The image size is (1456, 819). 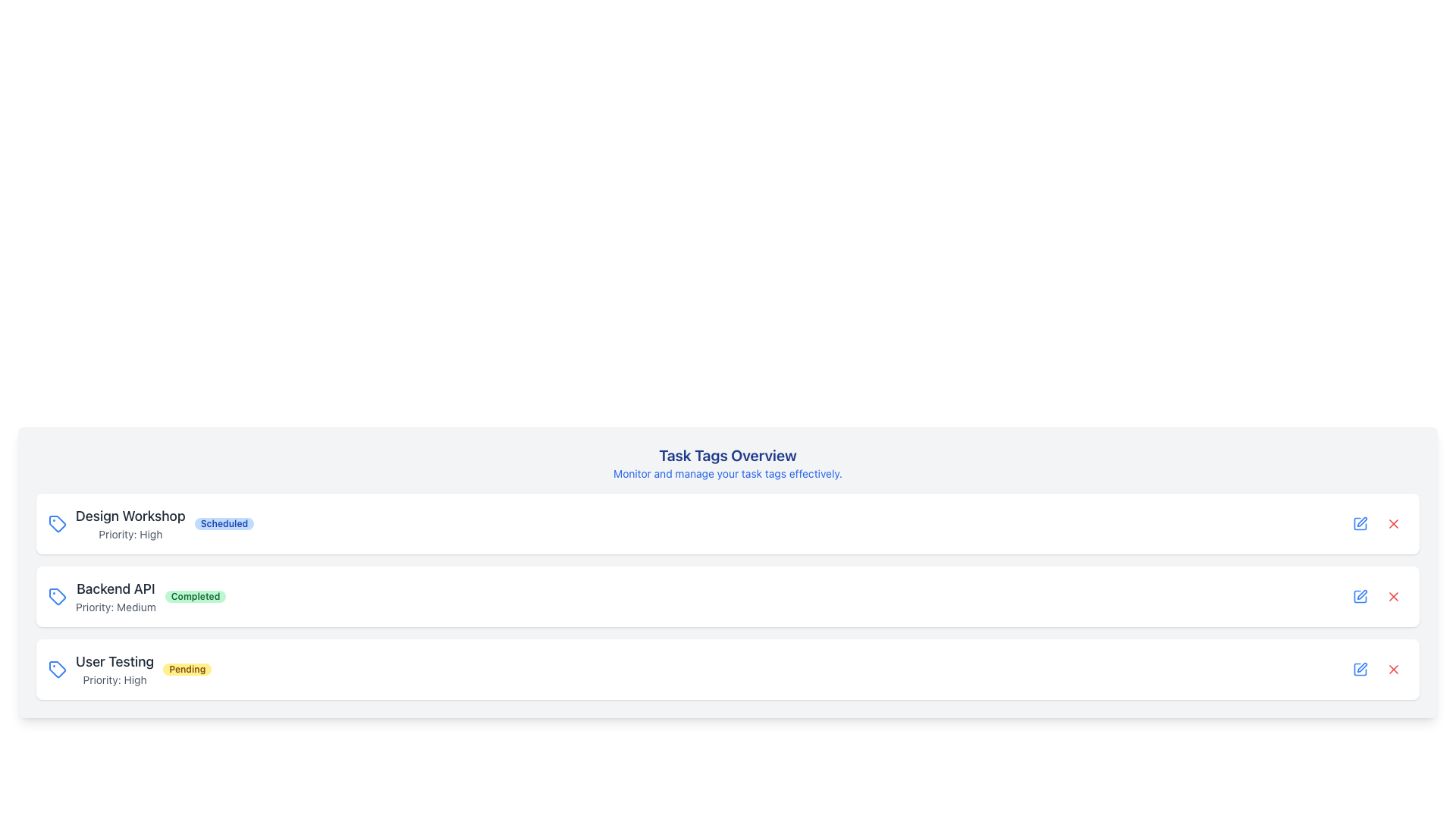 I want to click on the task list item that displays its title, priority, and status, located as the second item in the vertical list of task items, so click(x=728, y=595).